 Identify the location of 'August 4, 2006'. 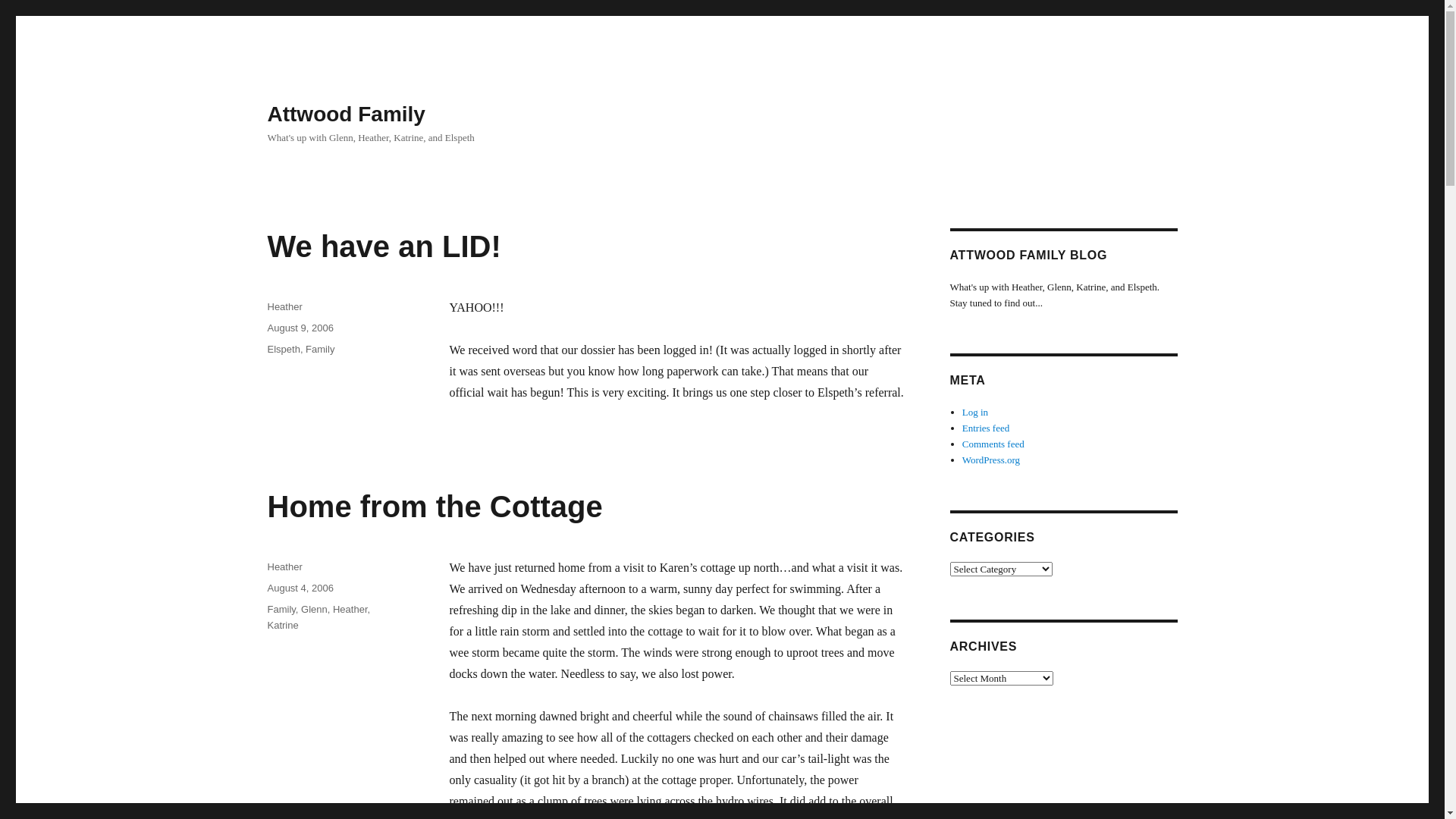
(300, 587).